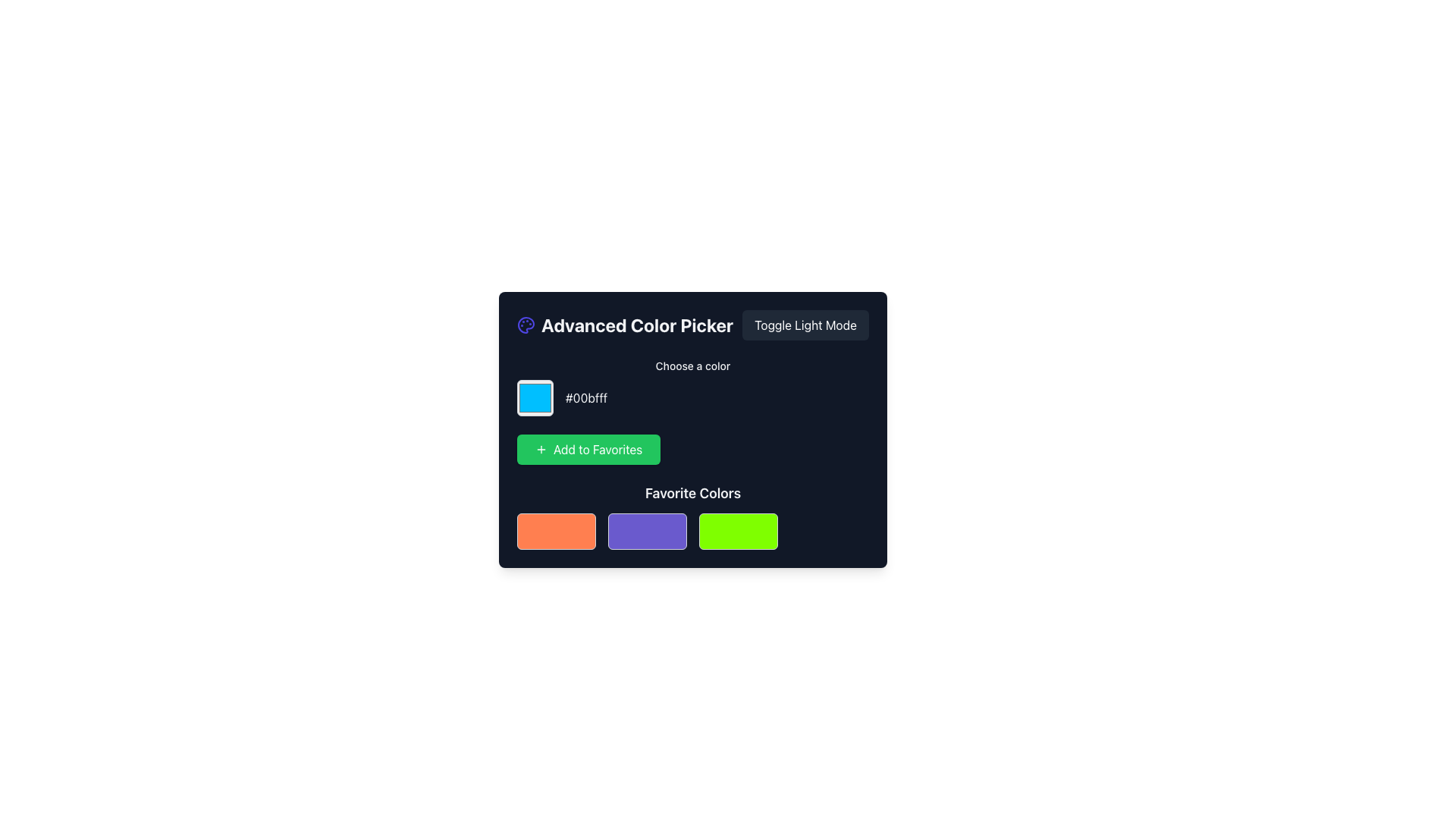 This screenshot has height=819, width=1456. Describe the element at coordinates (739, 531) in the screenshot. I see `the bright green color tile with rounded corners located at the bottom-right corner of the 'Favorite Colors' section` at that location.